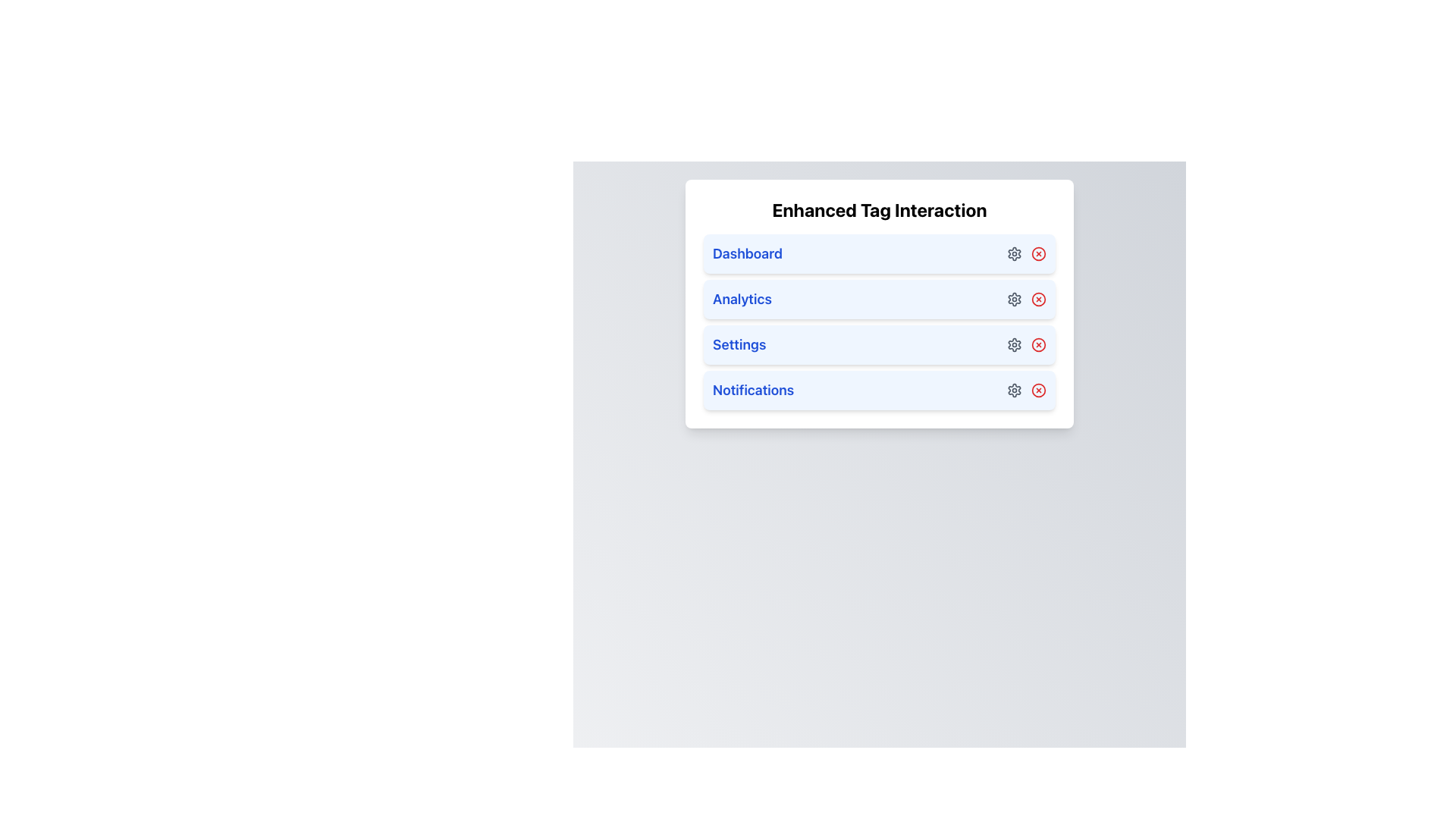 This screenshot has height=819, width=1456. What do you see at coordinates (1015, 253) in the screenshot?
I see `the settings icon button, represented as a circular gear with a hollow center, located within the first row under the 'Enhanced Tag Interaction' panel, aligned to the right side of the 'Dashboard' label` at bounding box center [1015, 253].